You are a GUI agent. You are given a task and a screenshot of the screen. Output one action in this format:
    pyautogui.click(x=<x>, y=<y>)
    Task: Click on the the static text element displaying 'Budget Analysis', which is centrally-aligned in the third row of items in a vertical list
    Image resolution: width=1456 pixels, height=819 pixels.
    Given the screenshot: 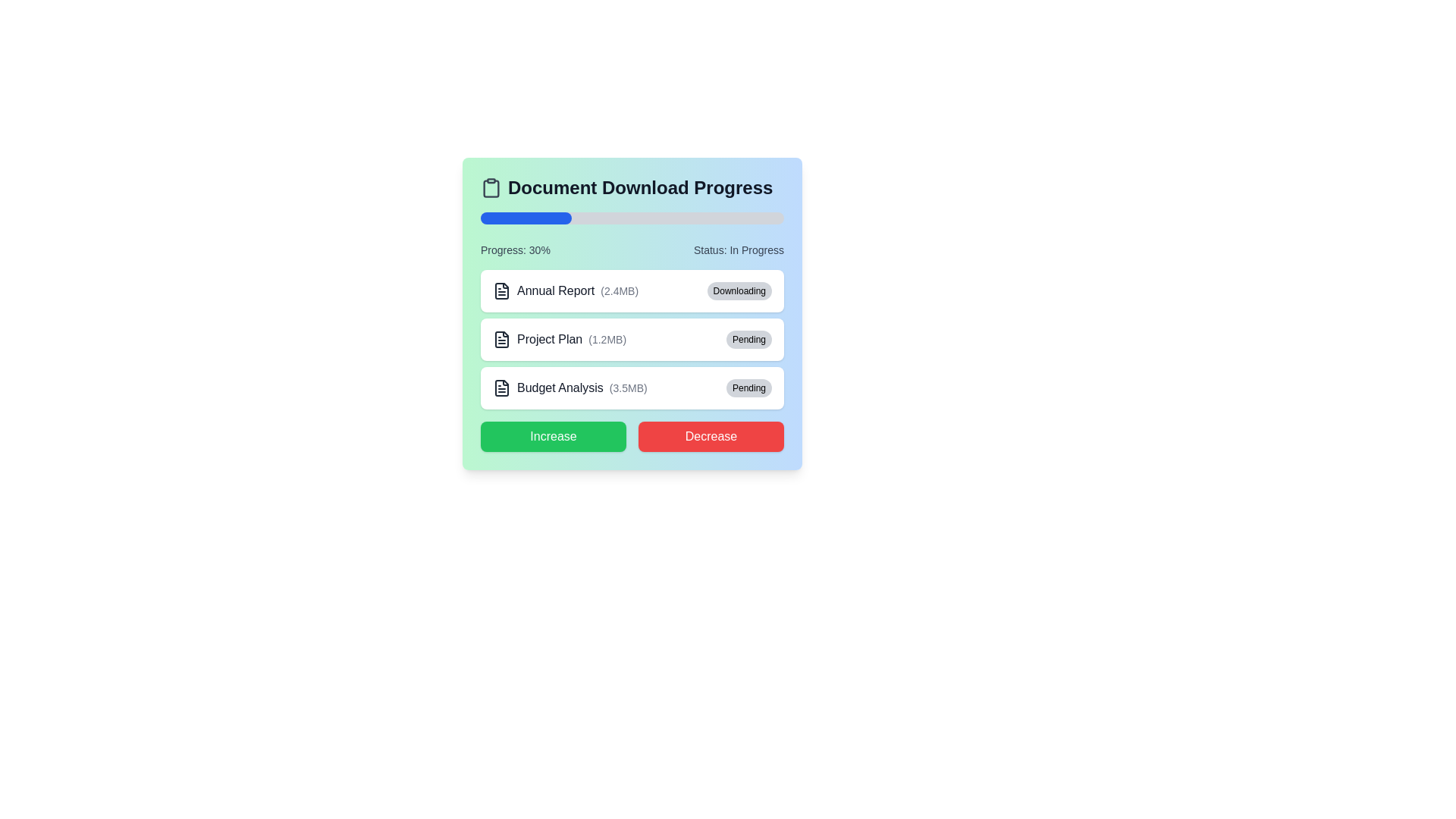 What is the action you would take?
    pyautogui.click(x=560, y=388)
    